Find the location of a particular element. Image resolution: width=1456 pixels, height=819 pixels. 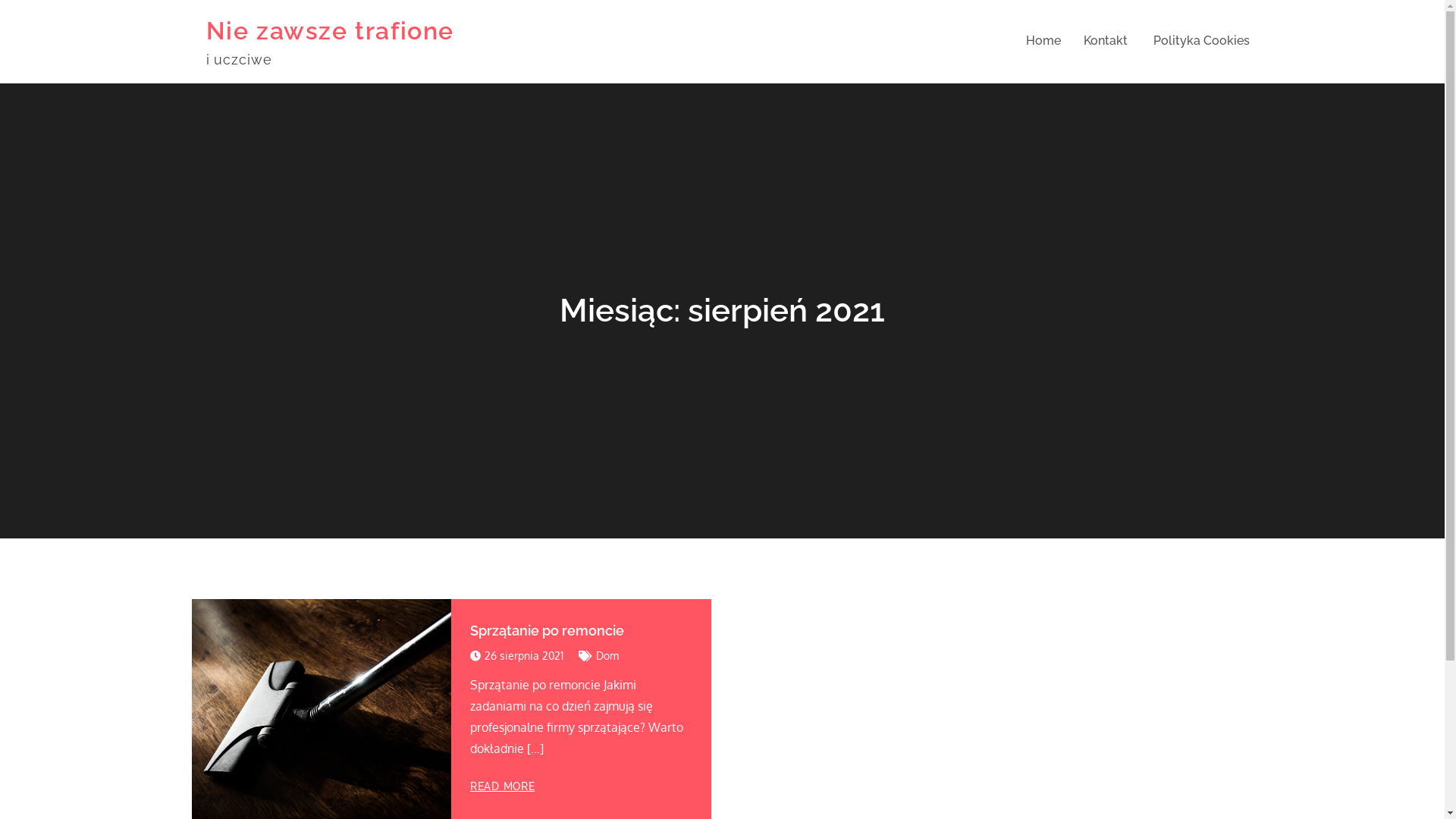

'Home' is located at coordinates (1041, 40).